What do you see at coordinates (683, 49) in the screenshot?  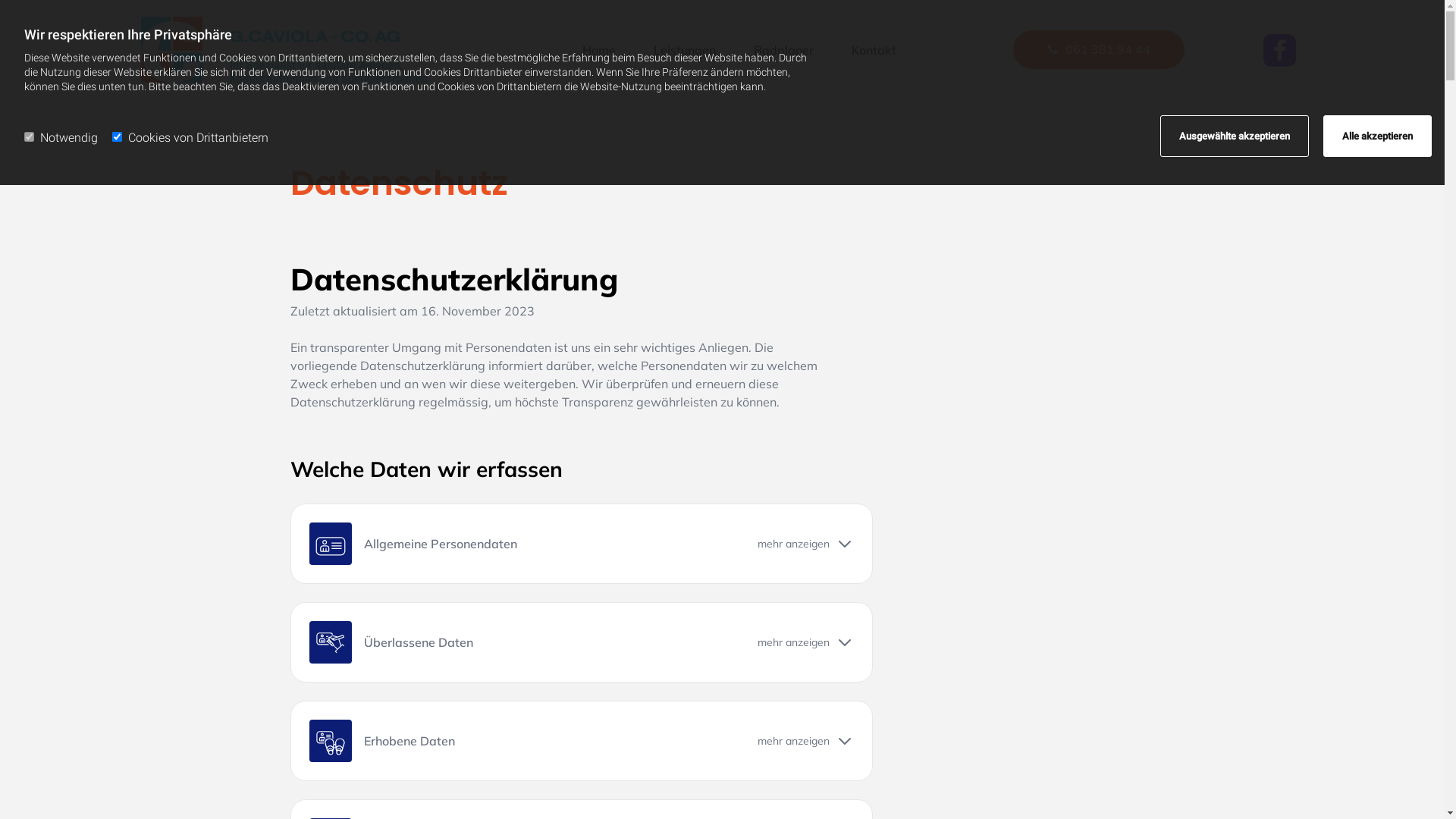 I see `'Leistungen'` at bounding box center [683, 49].